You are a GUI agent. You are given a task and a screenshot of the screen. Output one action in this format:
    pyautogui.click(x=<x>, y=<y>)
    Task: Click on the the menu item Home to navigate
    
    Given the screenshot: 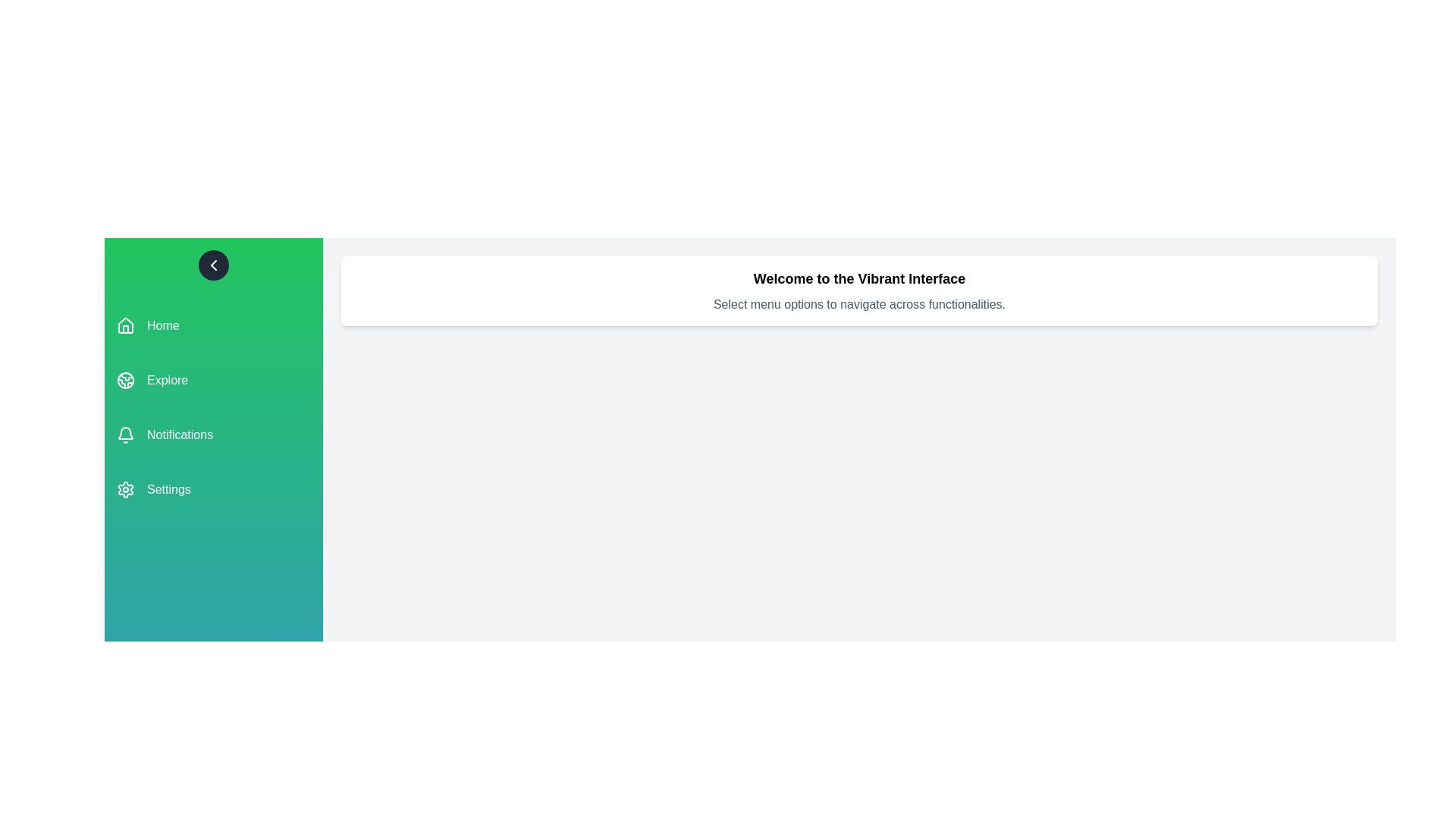 What is the action you would take?
    pyautogui.click(x=213, y=325)
    